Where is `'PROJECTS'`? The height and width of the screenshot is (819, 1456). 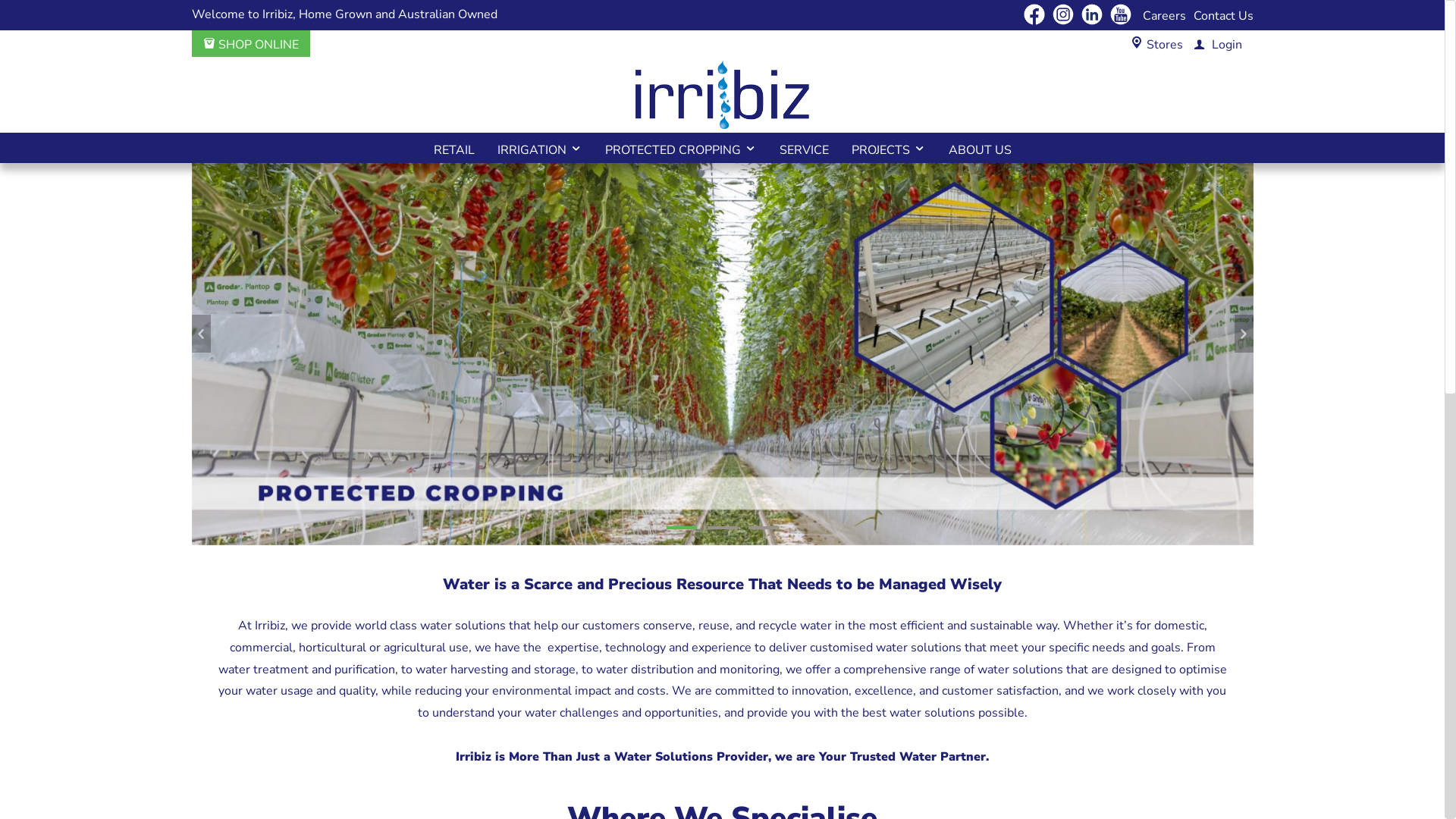 'PROJECTS' is located at coordinates (839, 148).